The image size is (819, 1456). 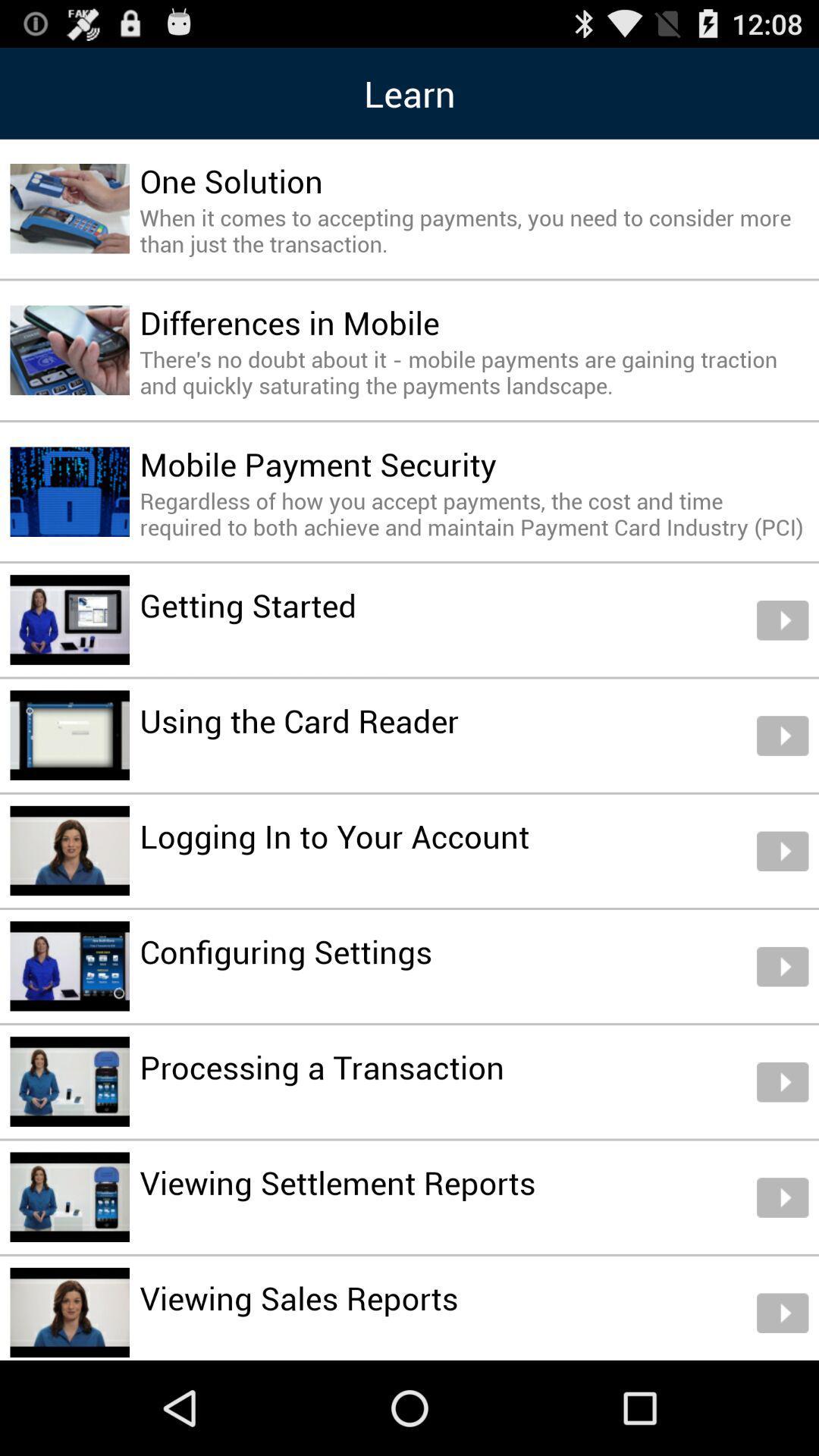 I want to click on icon below differences in mobile icon, so click(x=473, y=372).